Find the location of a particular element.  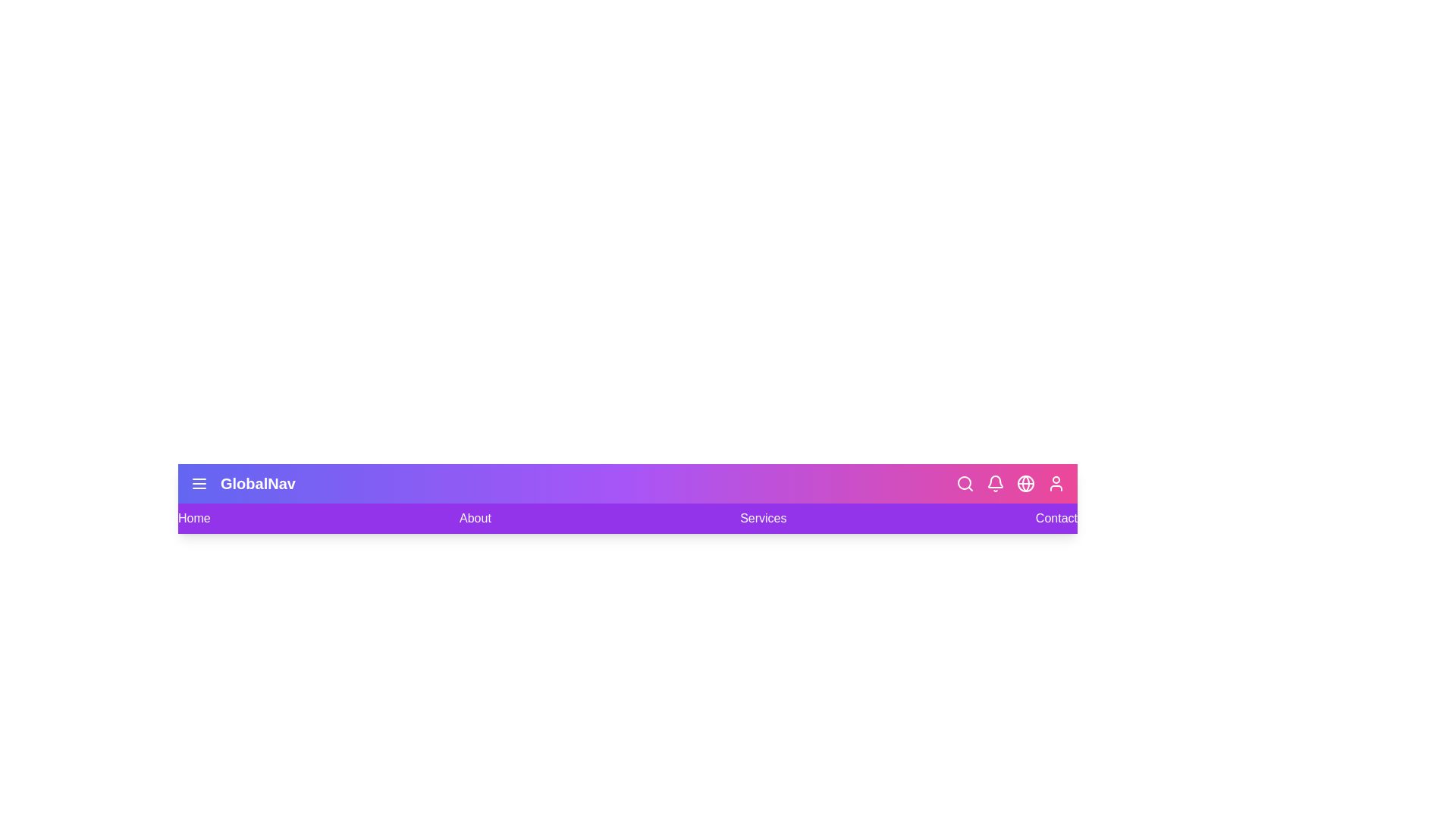

the navigation link labeled Home is located at coordinates (193, 517).